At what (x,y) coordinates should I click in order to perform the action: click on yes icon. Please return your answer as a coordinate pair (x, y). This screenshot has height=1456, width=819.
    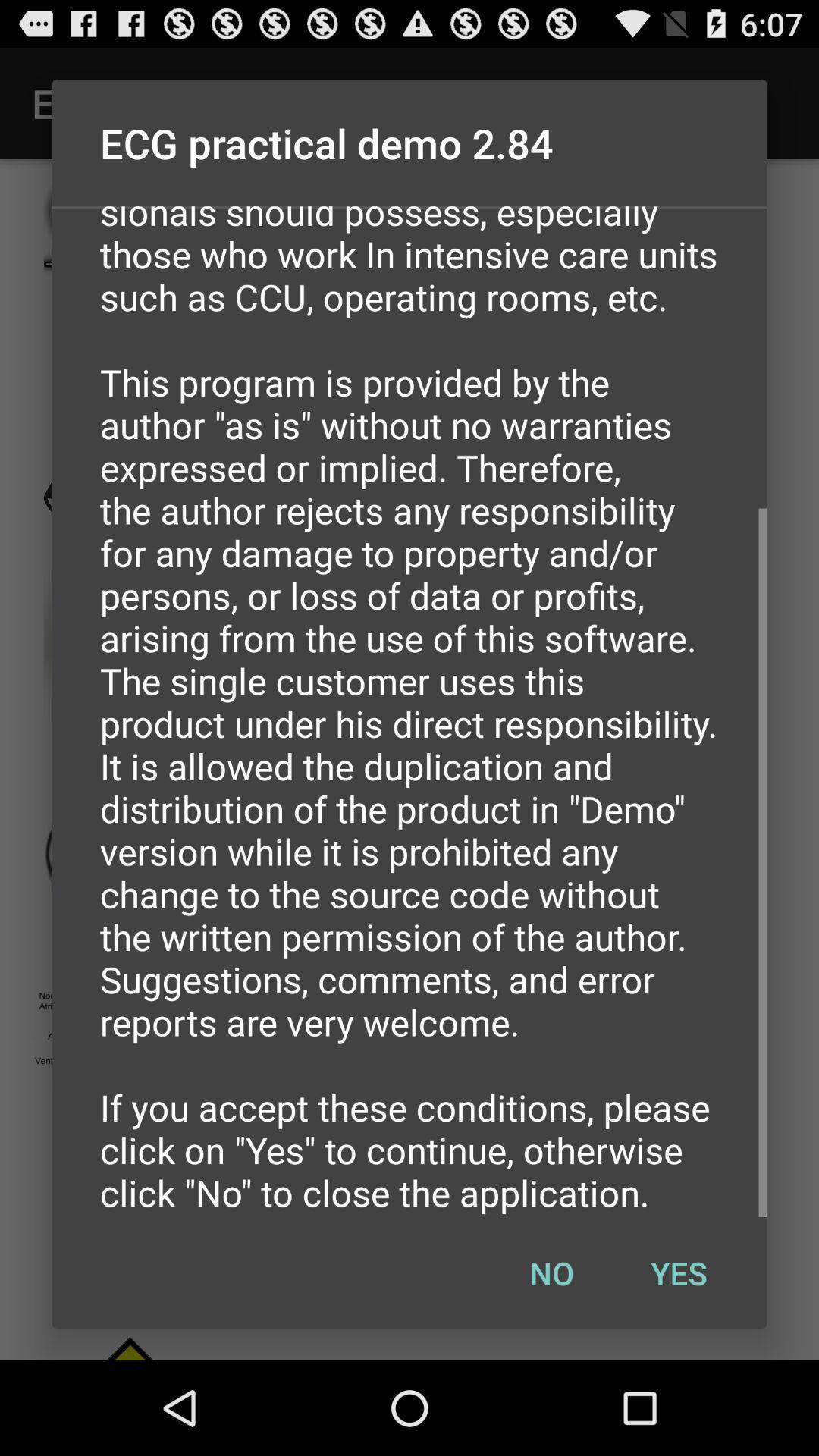
    Looking at the image, I should click on (678, 1272).